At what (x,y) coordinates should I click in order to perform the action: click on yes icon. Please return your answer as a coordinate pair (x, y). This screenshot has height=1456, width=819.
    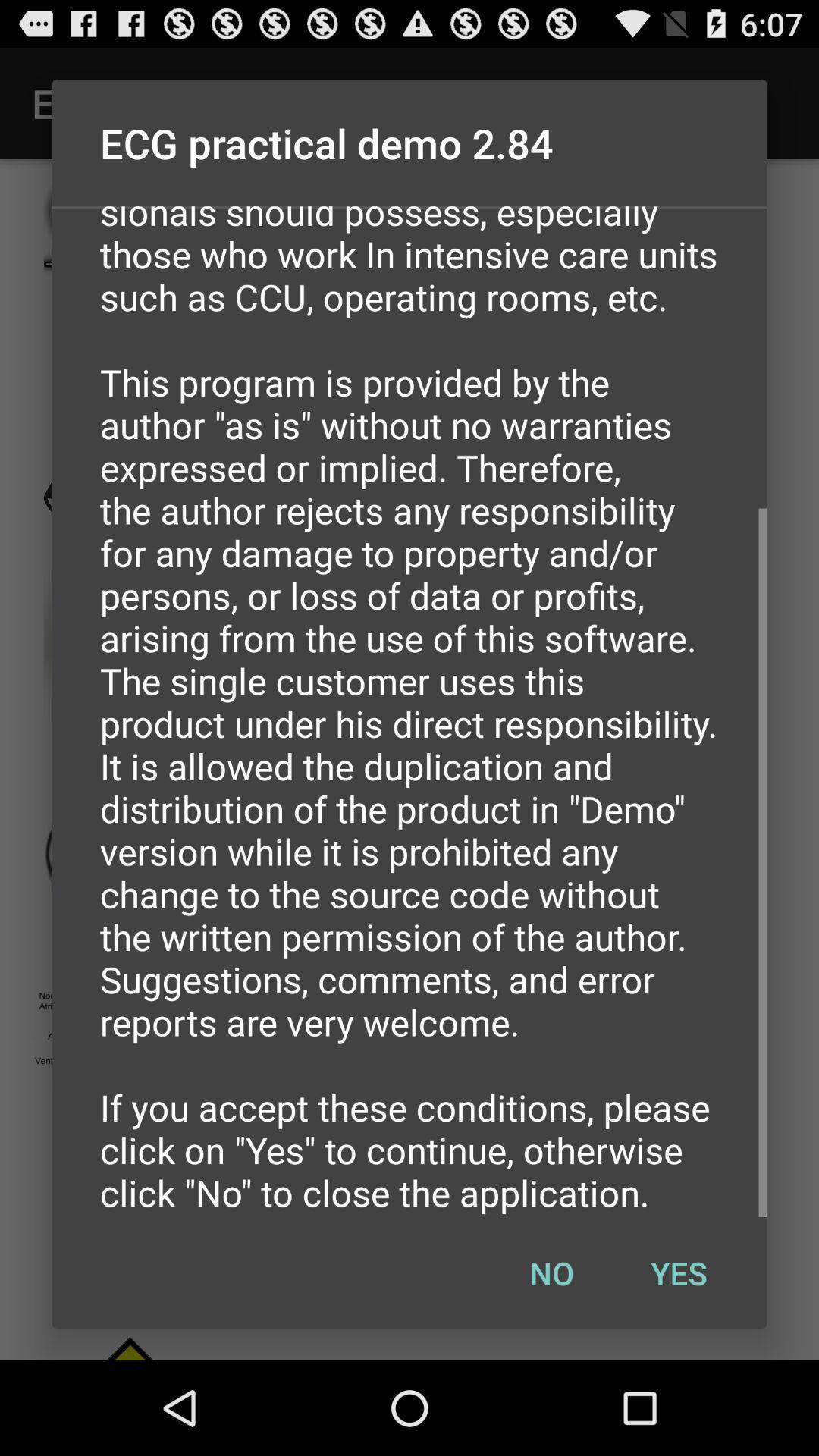
    Looking at the image, I should click on (678, 1272).